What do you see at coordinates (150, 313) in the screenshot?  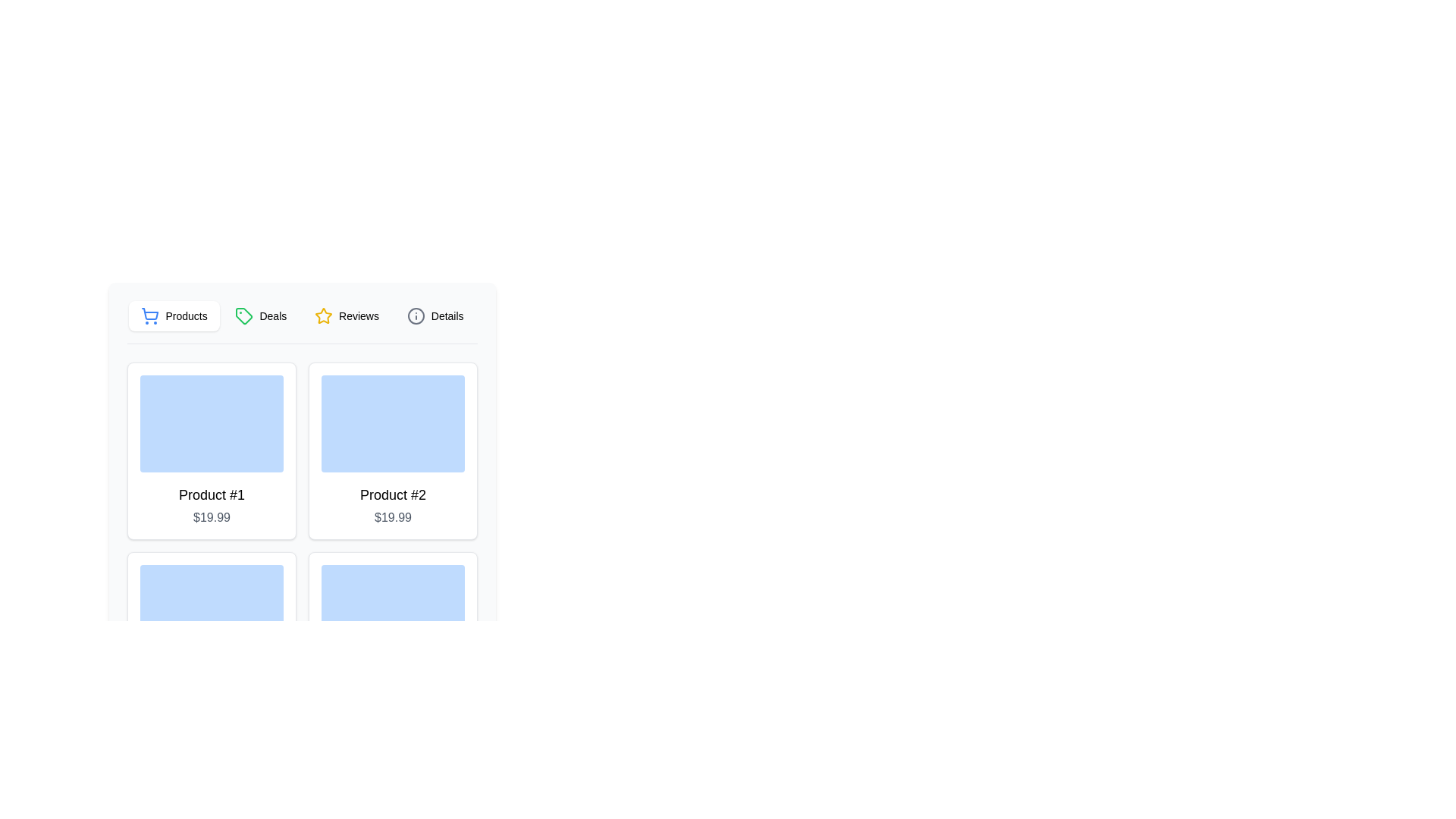 I see `the shopping cart icon located in the top-left corner of the interface, adjacent to the 'Products' label, which visually represents a shopping cart within the SVG` at bounding box center [150, 313].